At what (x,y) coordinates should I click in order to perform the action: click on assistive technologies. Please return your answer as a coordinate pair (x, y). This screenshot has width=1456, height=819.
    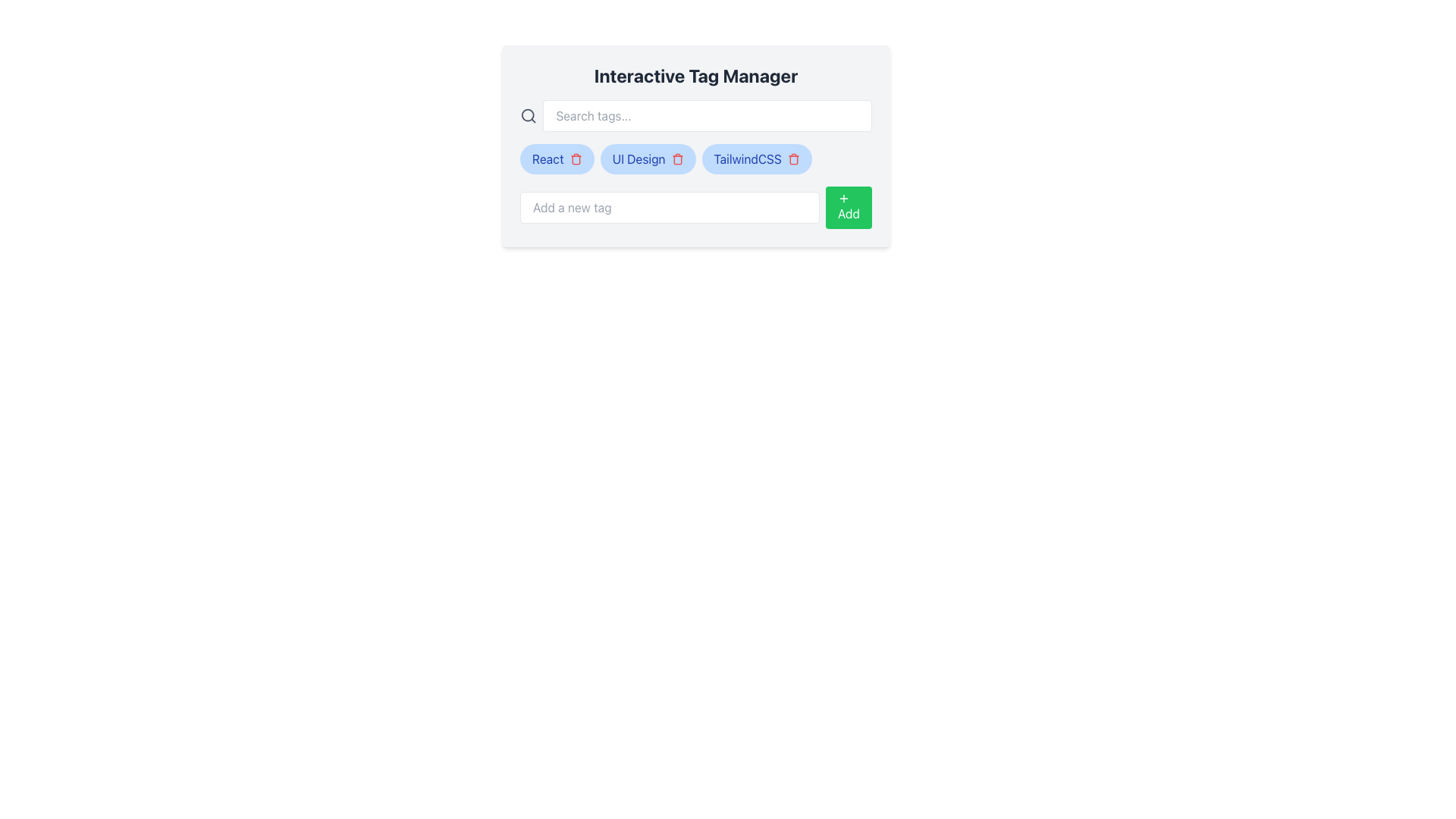
    Looking at the image, I should click on (639, 158).